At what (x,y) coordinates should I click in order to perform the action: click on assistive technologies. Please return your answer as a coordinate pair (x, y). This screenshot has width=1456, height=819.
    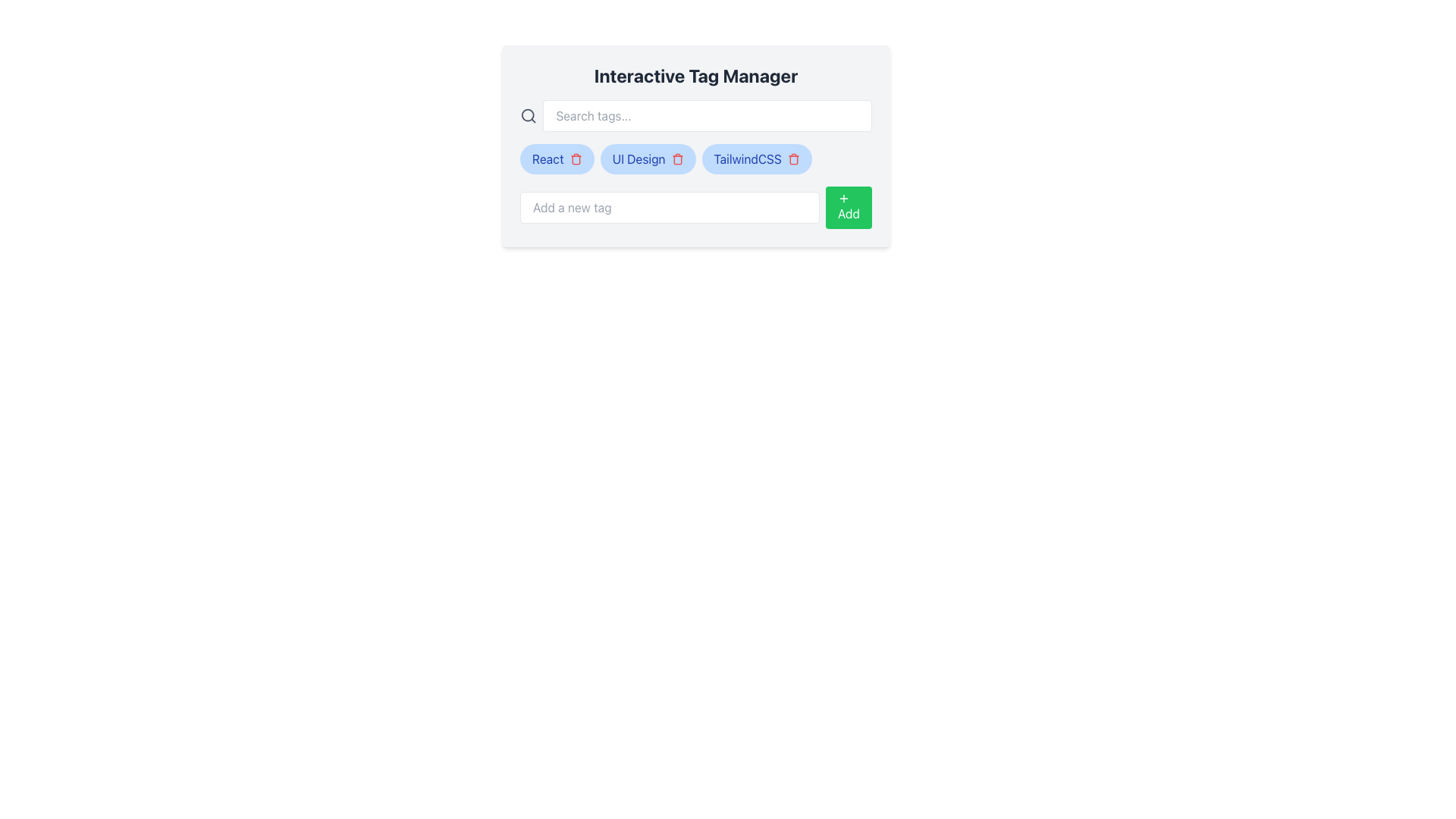
    Looking at the image, I should click on (639, 158).